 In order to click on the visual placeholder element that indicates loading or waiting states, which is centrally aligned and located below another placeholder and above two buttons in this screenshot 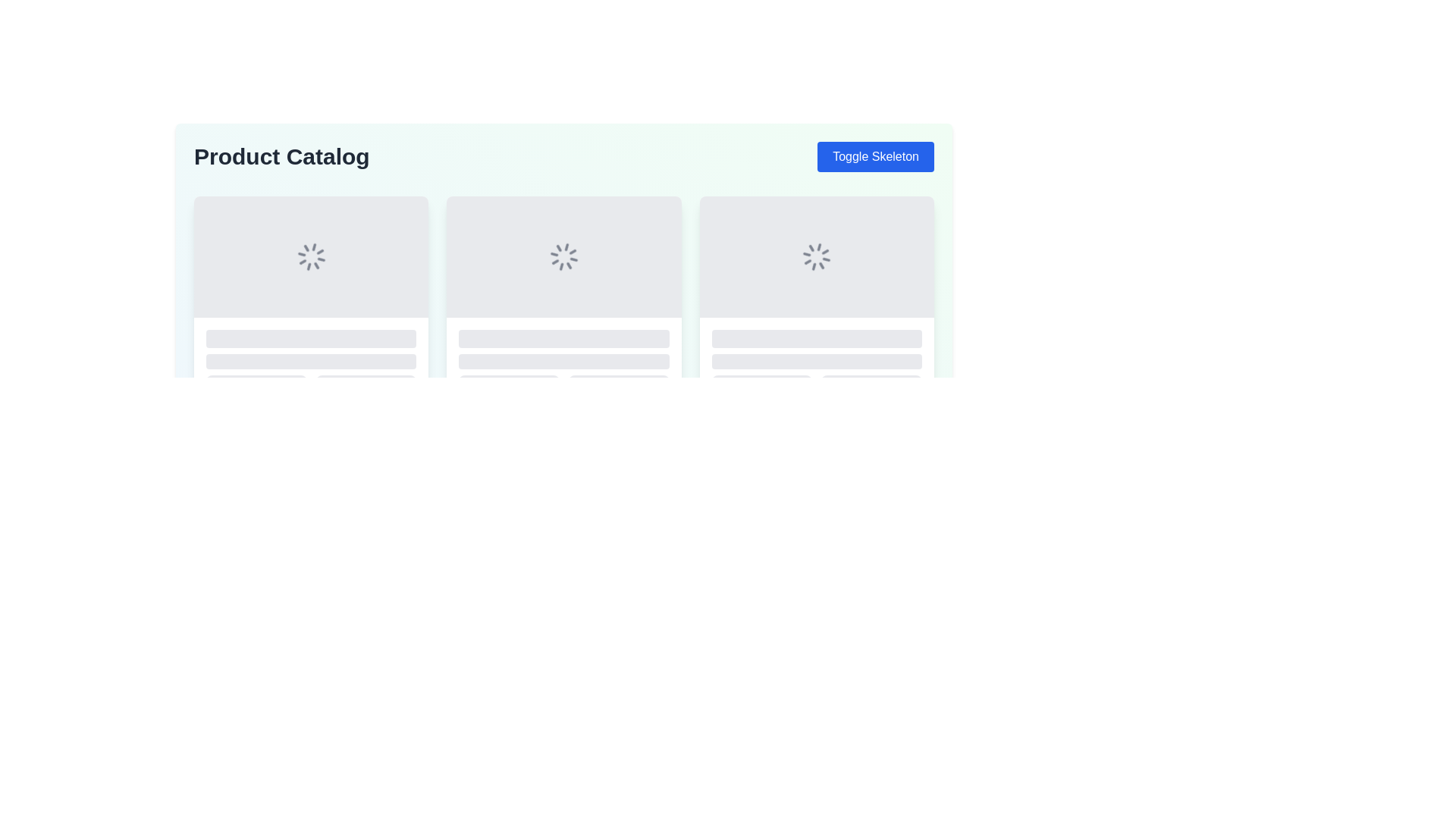, I will do `click(310, 362)`.